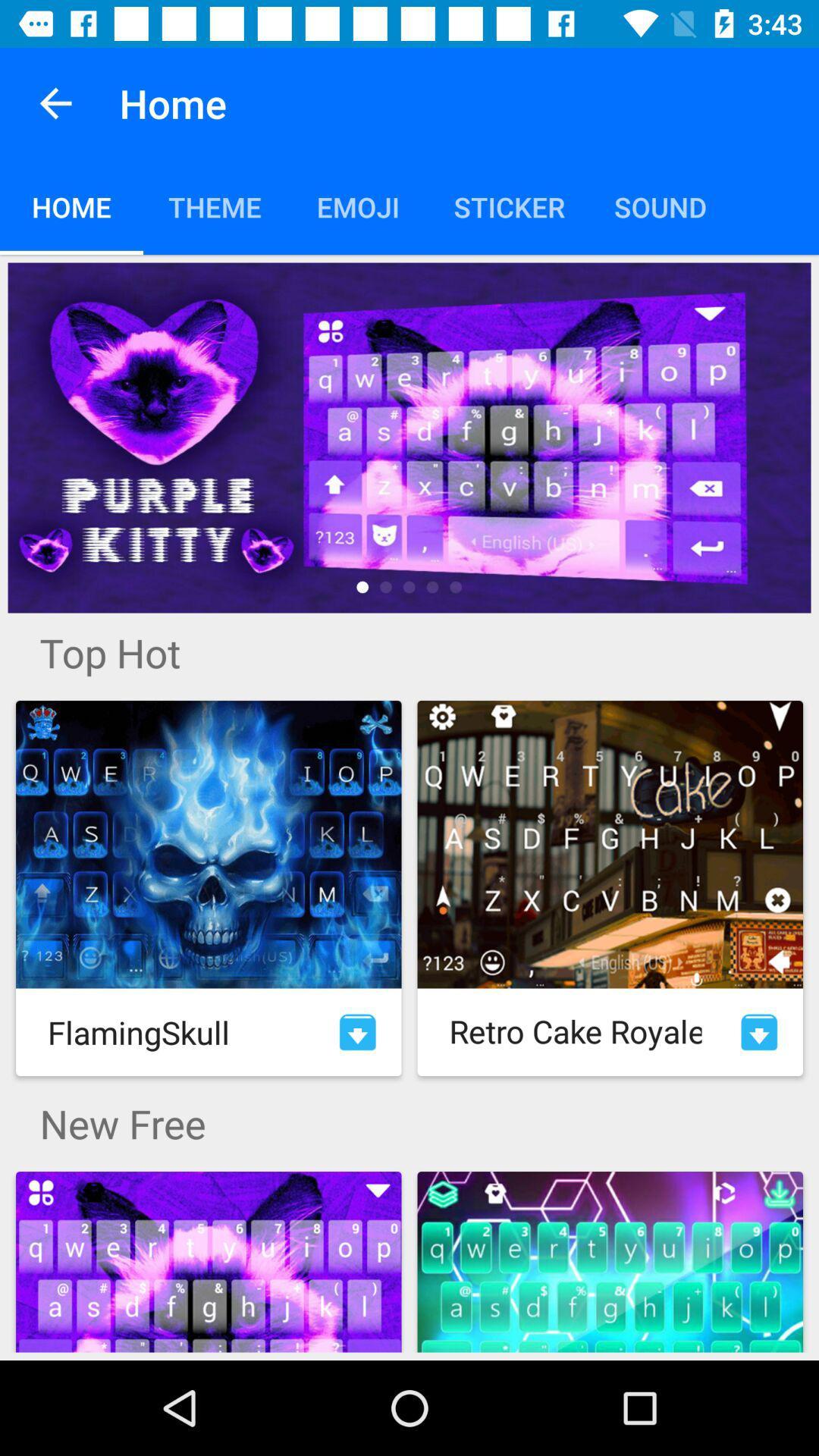  Describe the element at coordinates (55, 102) in the screenshot. I see `icon to the left of home app` at that location.